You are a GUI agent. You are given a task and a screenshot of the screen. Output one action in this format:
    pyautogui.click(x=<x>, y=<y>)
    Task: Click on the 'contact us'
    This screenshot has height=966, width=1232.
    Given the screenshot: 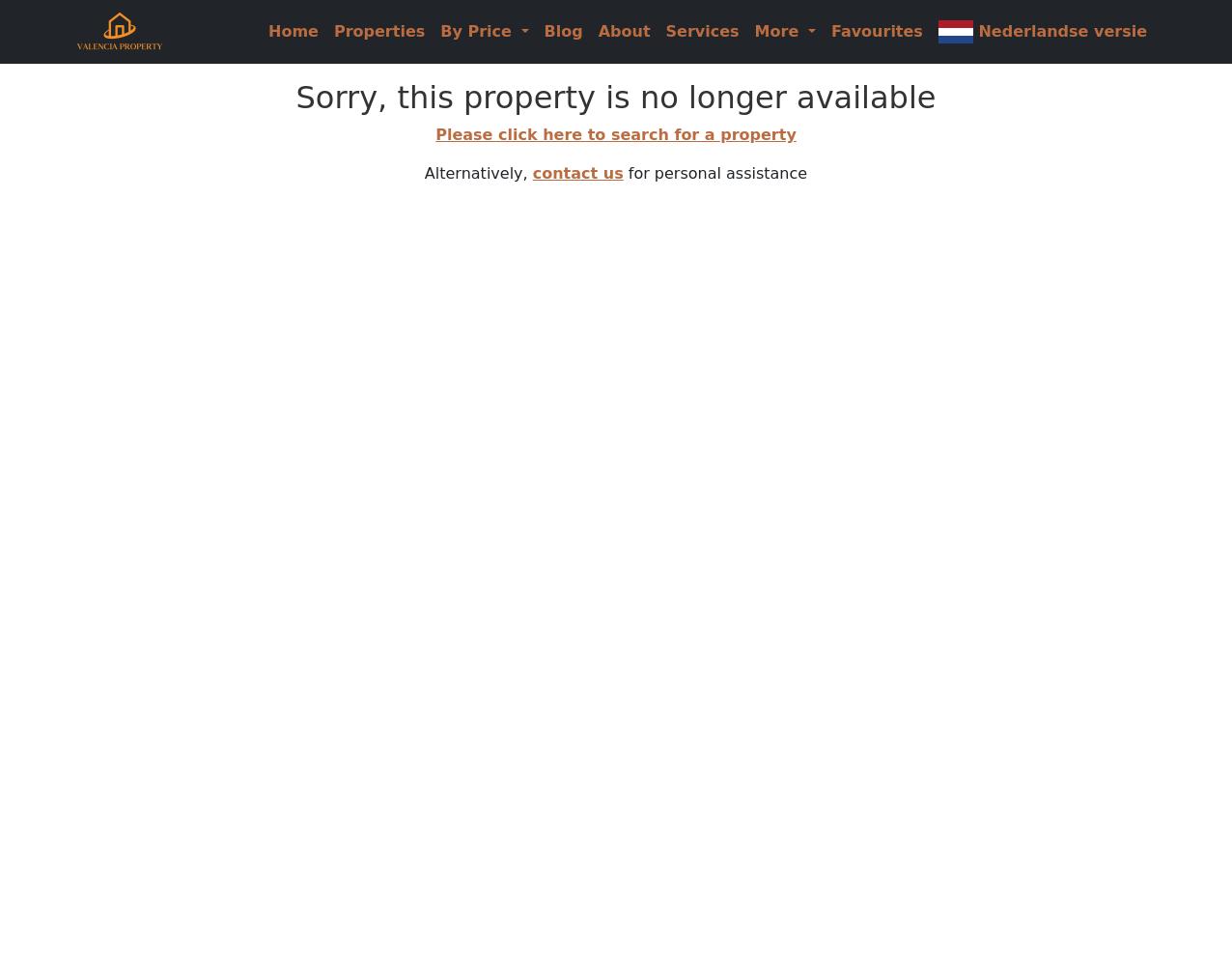 What is the action you would take?
    pyautogui.click(x=576, y=173)
    